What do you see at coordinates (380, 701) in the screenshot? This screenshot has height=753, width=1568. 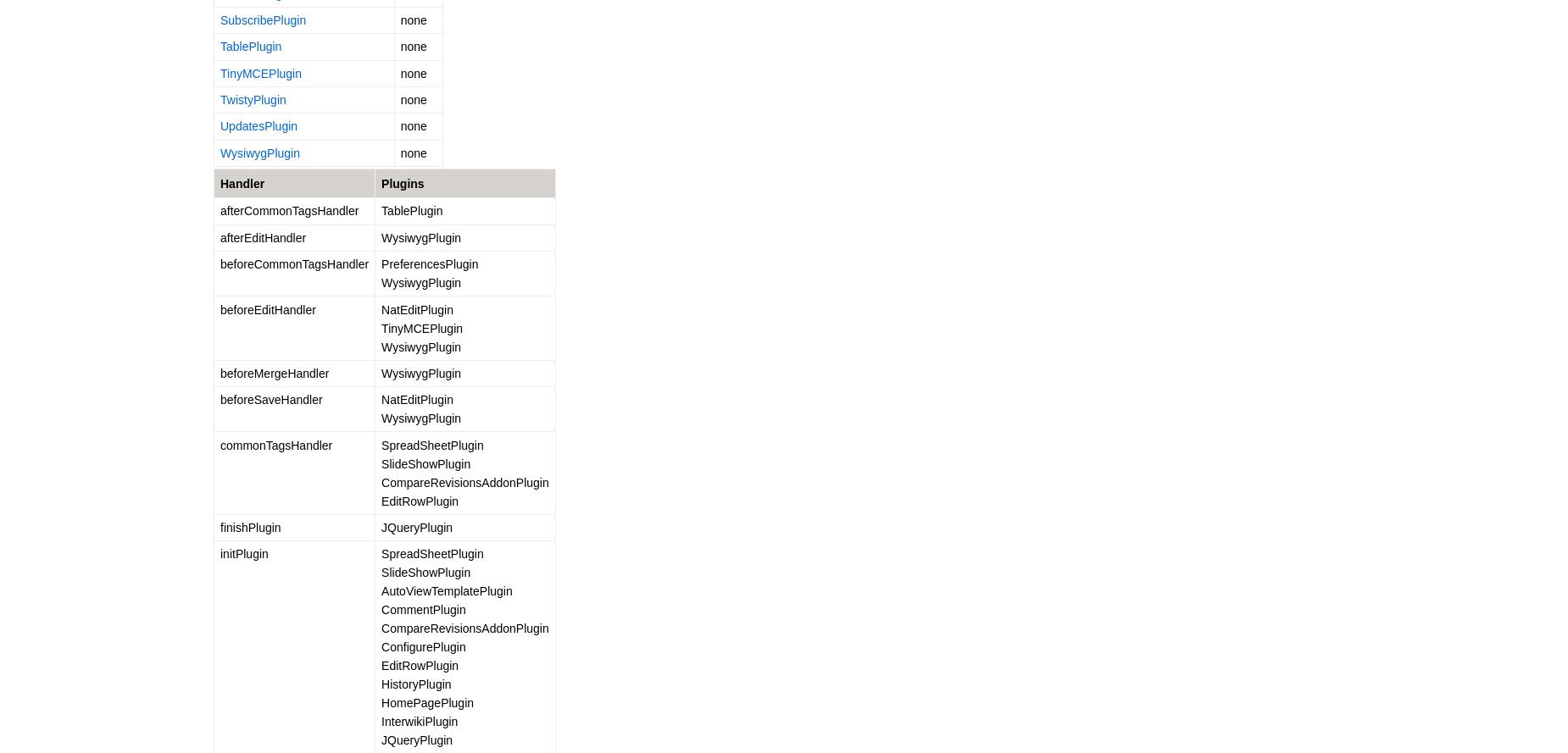 I see `'HomePagePlugin'` at bounding box center [380, 701].